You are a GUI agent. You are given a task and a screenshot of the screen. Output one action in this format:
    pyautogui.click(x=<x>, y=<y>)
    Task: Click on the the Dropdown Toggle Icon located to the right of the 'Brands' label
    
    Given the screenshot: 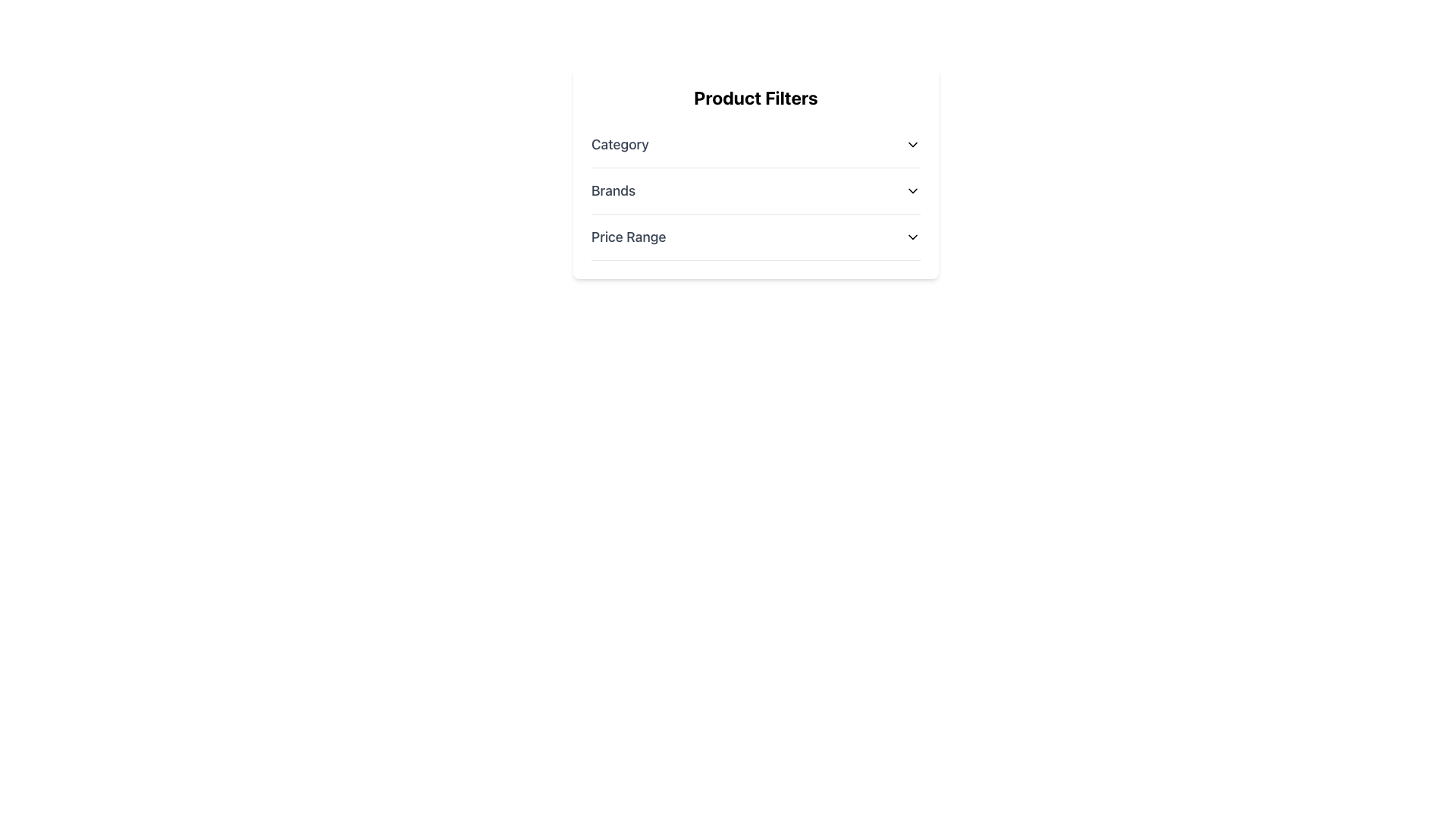 What is the action you would take?
    pyautogui.click(x=912, y=190)
    